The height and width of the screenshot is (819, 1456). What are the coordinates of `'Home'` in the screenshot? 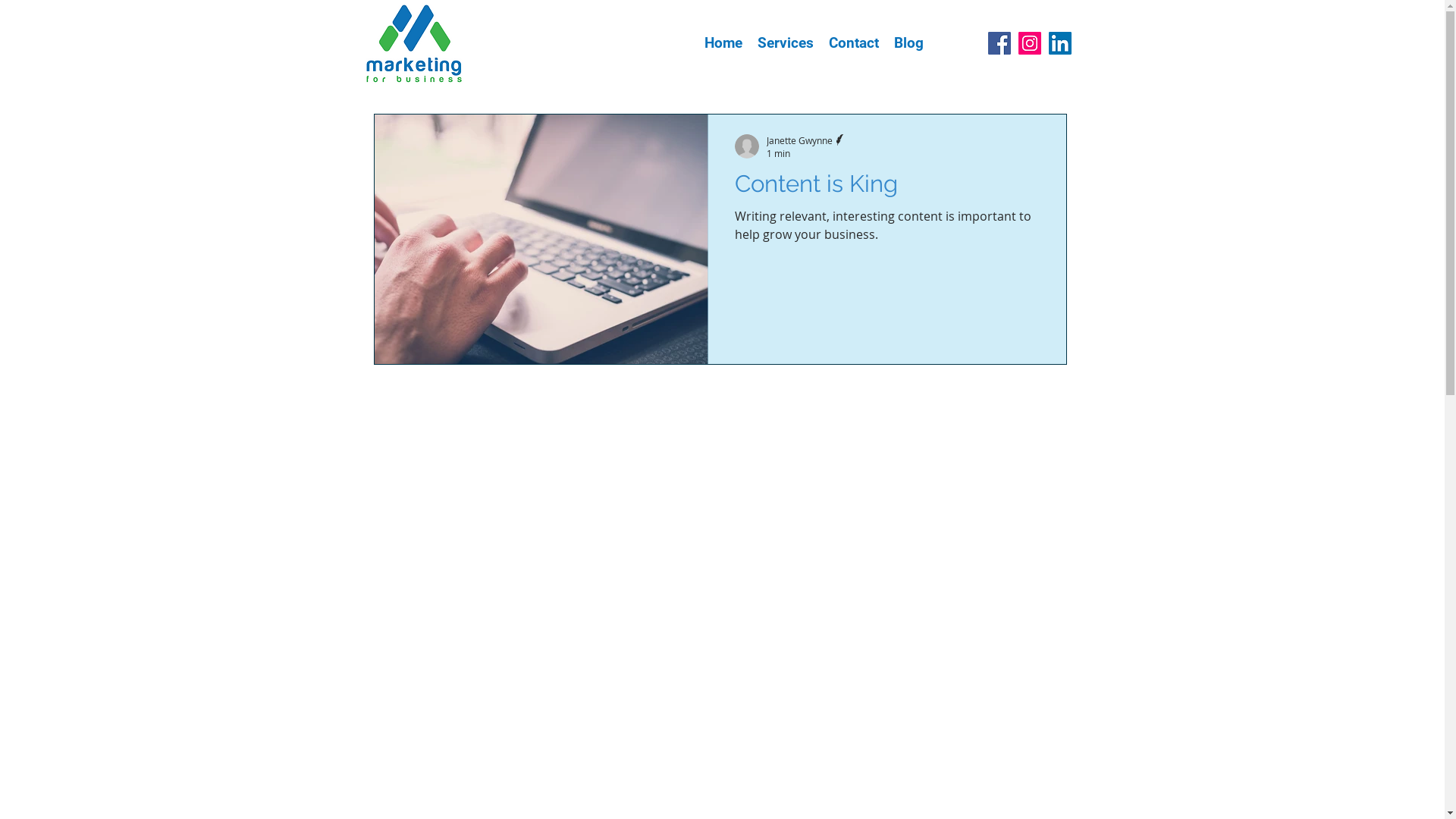 It's located at (722, 42).